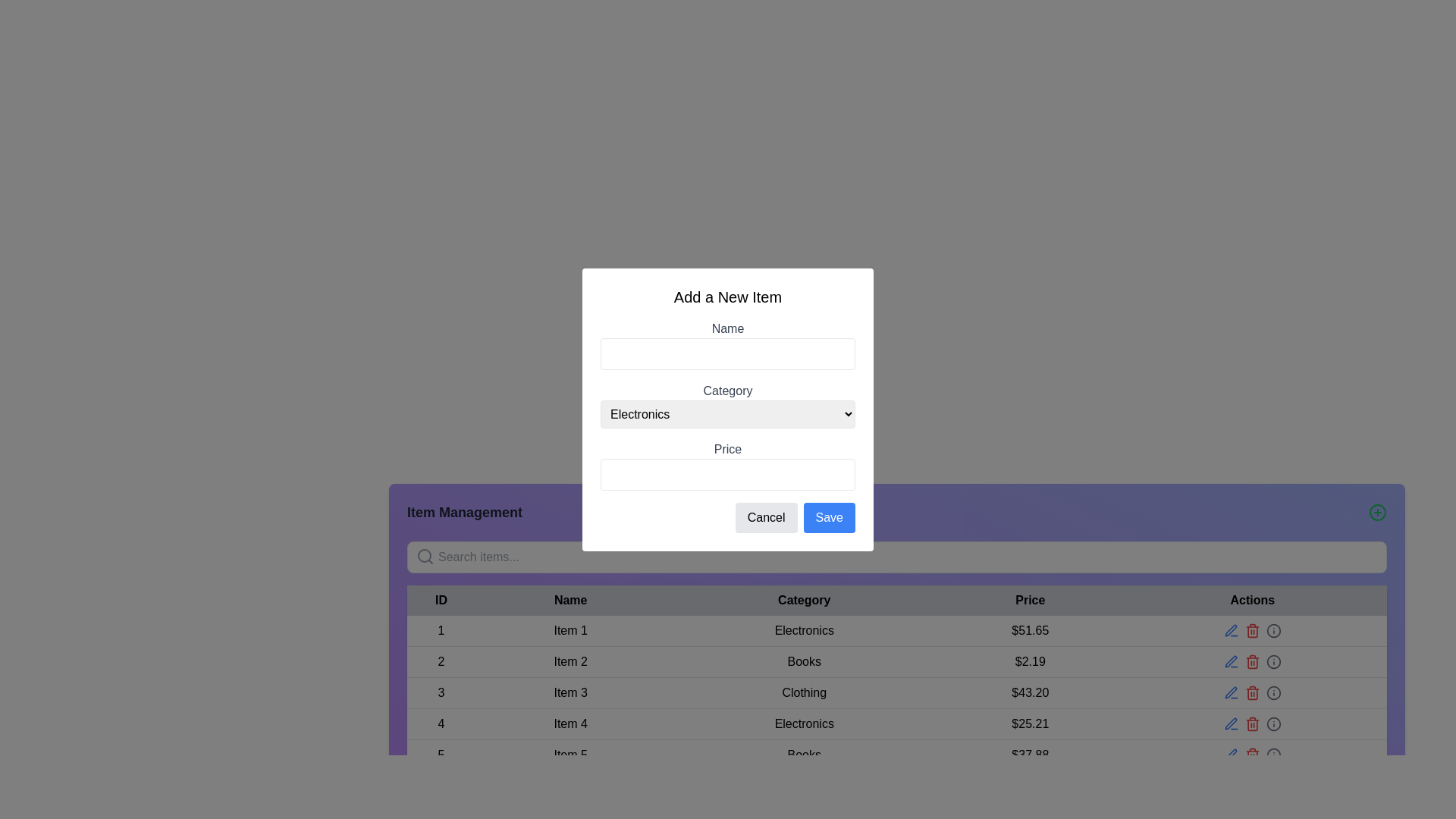 The width and height of the screenshot is (1456, 819). What do you see at coordinates (1231, 723) in the screenshot?
I see `the blue pen tool icon located in the top-right corner of the toolbar` at bounding box center [1231, 723].